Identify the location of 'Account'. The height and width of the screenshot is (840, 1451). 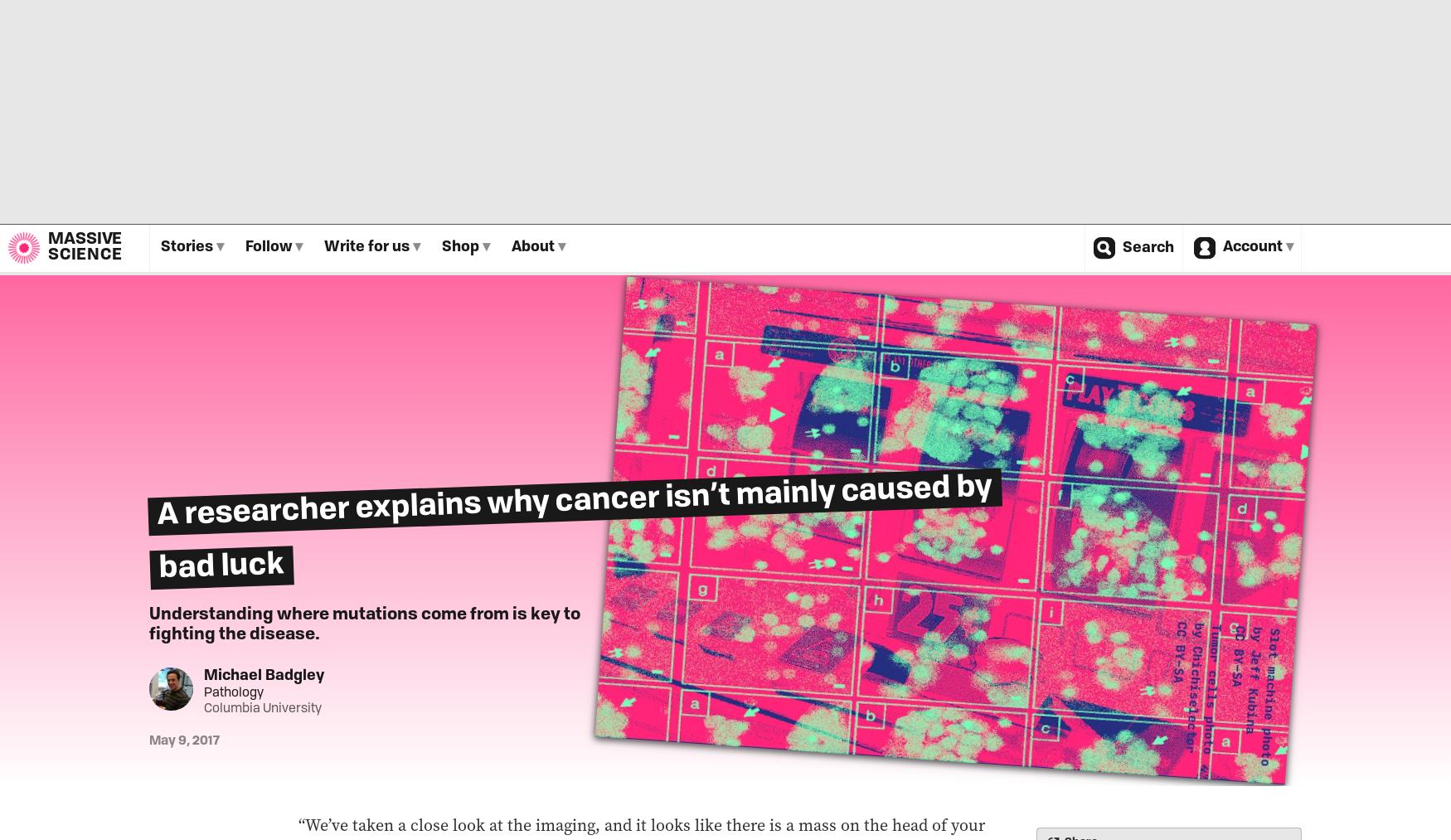
(1251, 246).